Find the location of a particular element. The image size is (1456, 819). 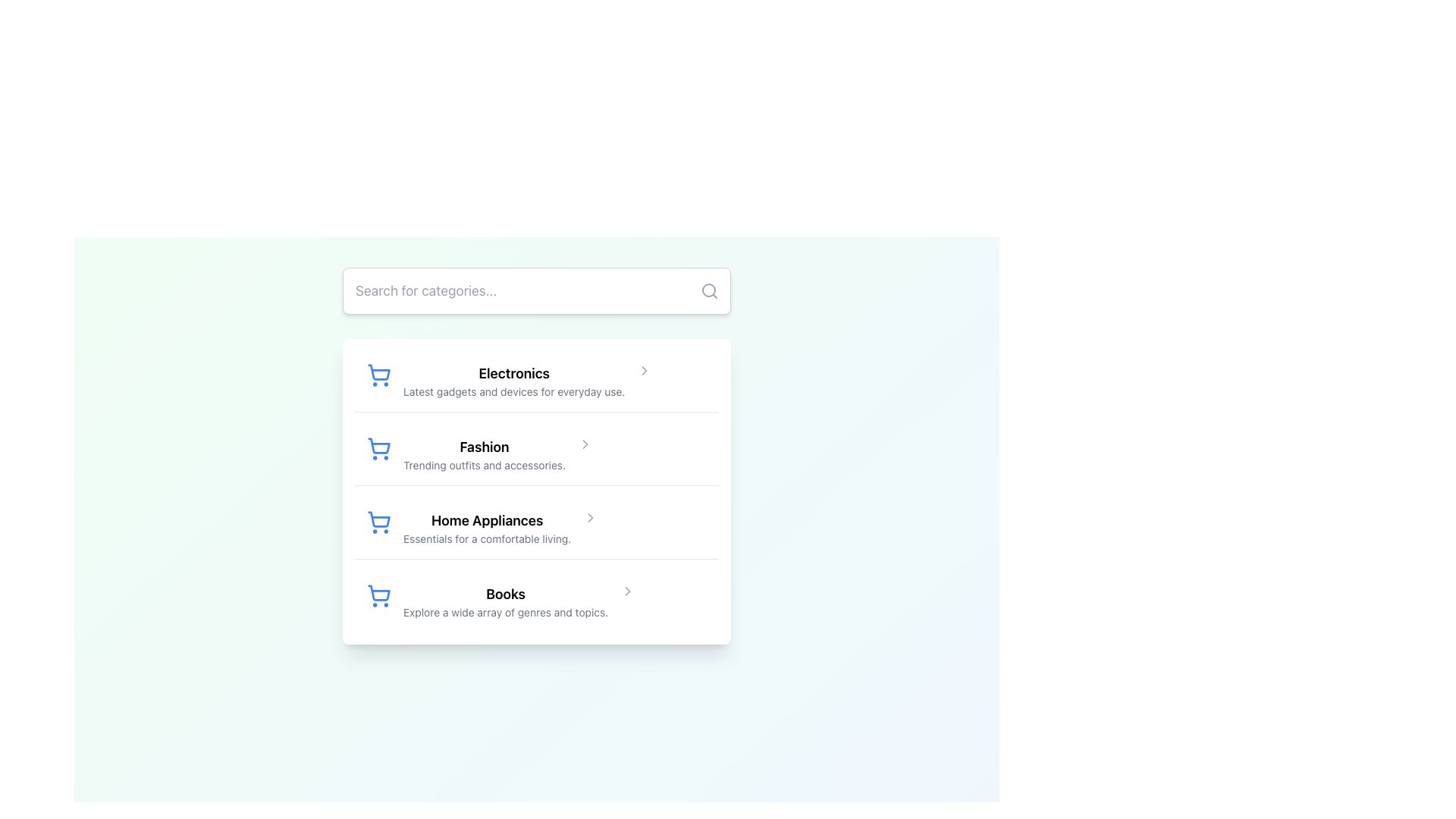

the text label that describes the category 'Home Appliances' in the selection list, which is the third item from the top, positioned above 'Essentials for a comfortable living.' is located at coordinates (487, 519).